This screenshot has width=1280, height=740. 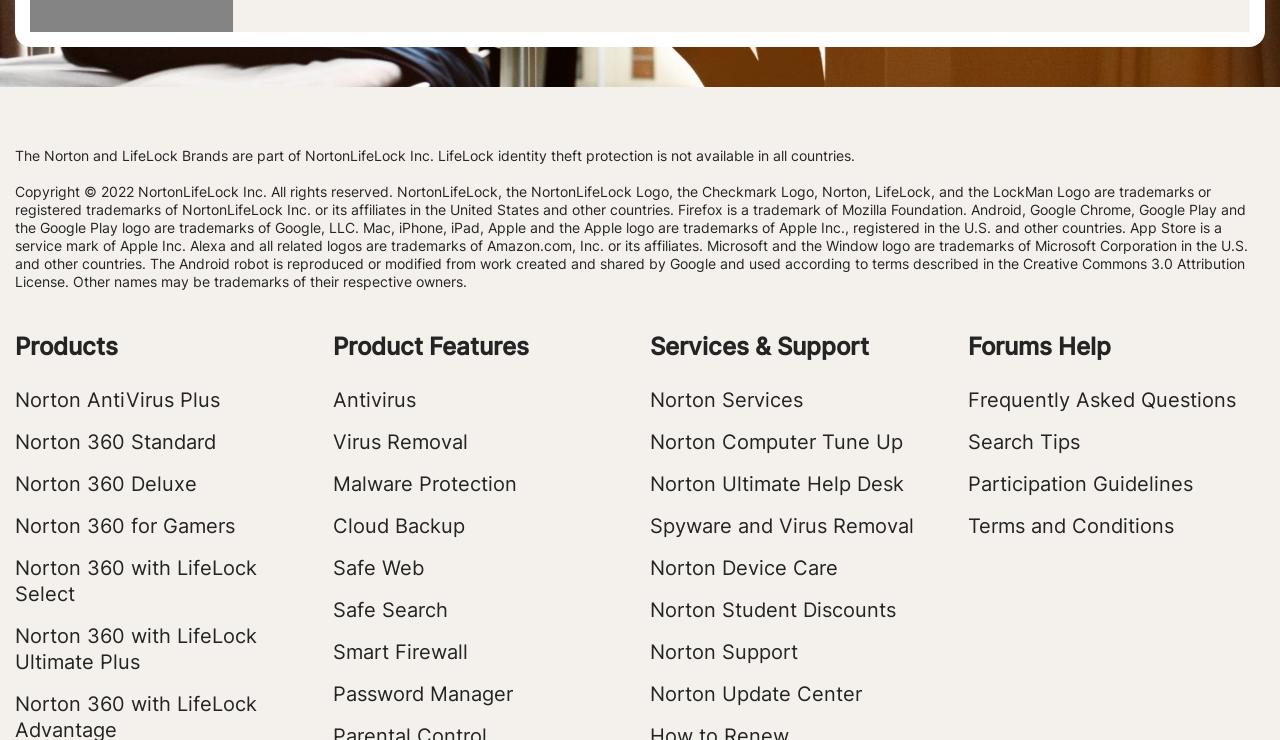 I want to click on 'Cloud Backup', so click(x=397, y=525).